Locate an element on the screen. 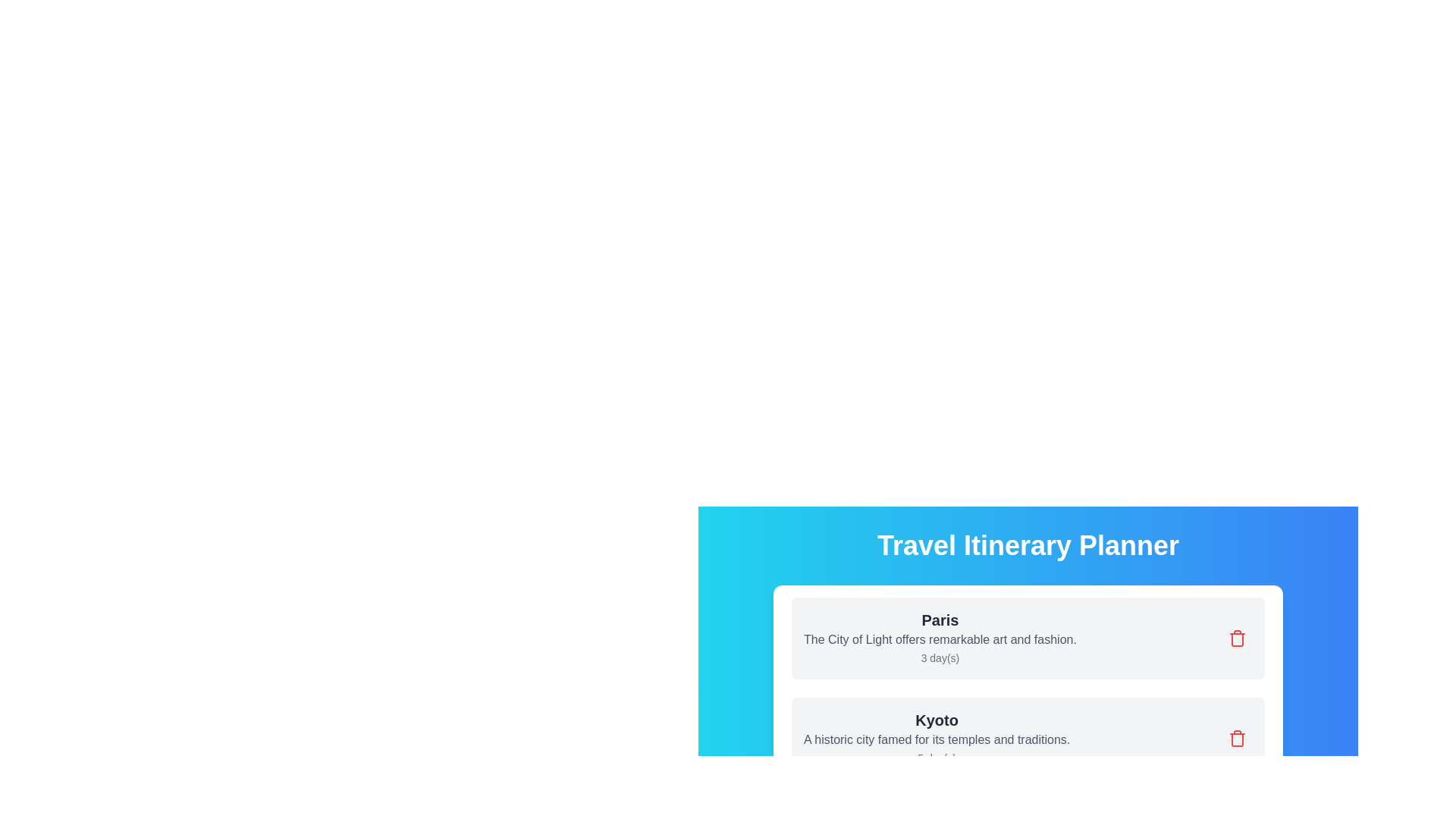 Image resolution: width=1456 pixels, height=819 pixels. the static text displaying 'A historic city famed for its temples and traditions.' located beneath the bolded text 'Kyoto' in the travel destination card interface is located at coordinates (936, 739).